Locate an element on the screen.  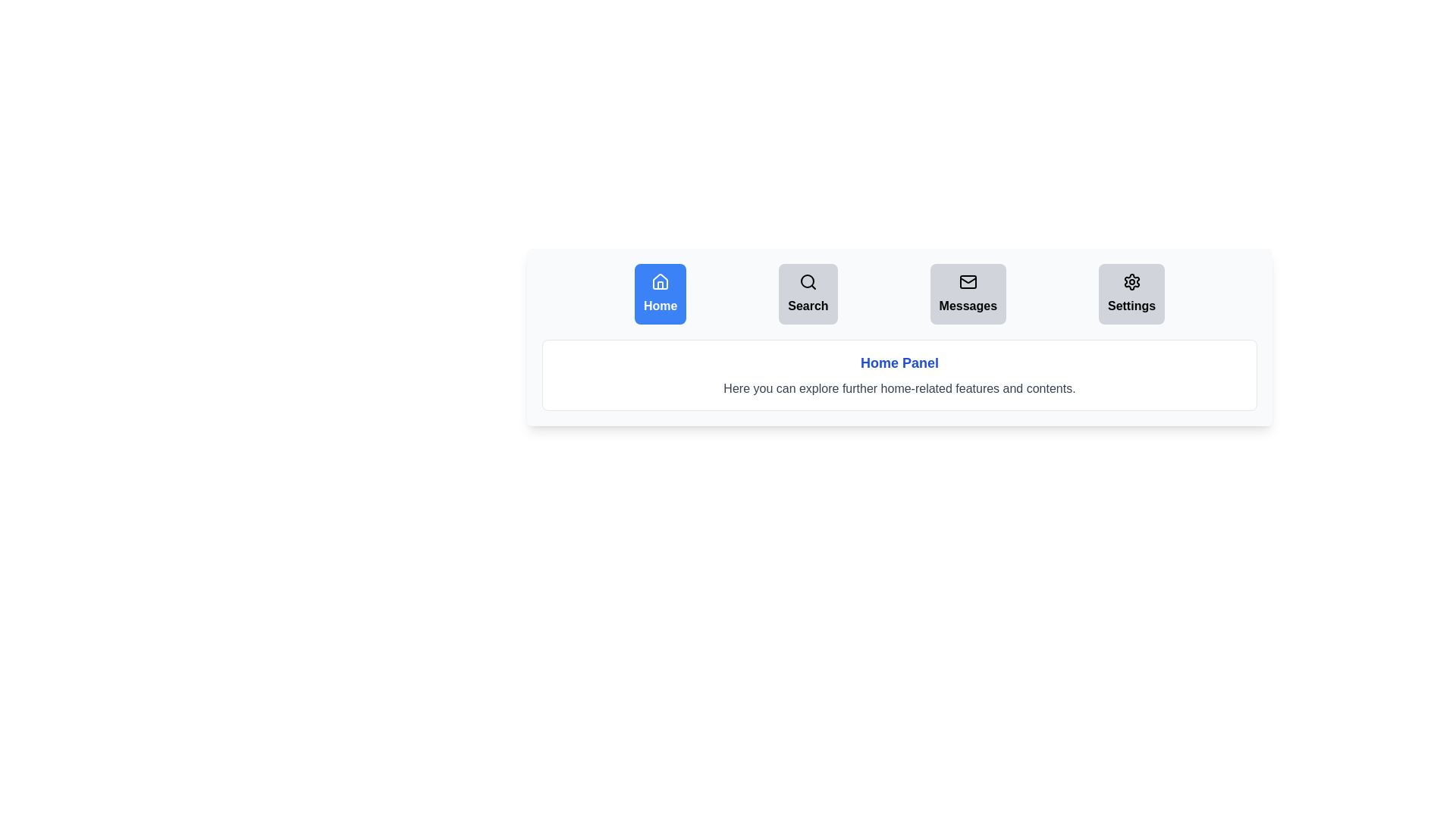
the 'Messages' text label located at the bottom of the button with an envelope icon in the horizontal navigation bar is located at coordinates (967, 306).